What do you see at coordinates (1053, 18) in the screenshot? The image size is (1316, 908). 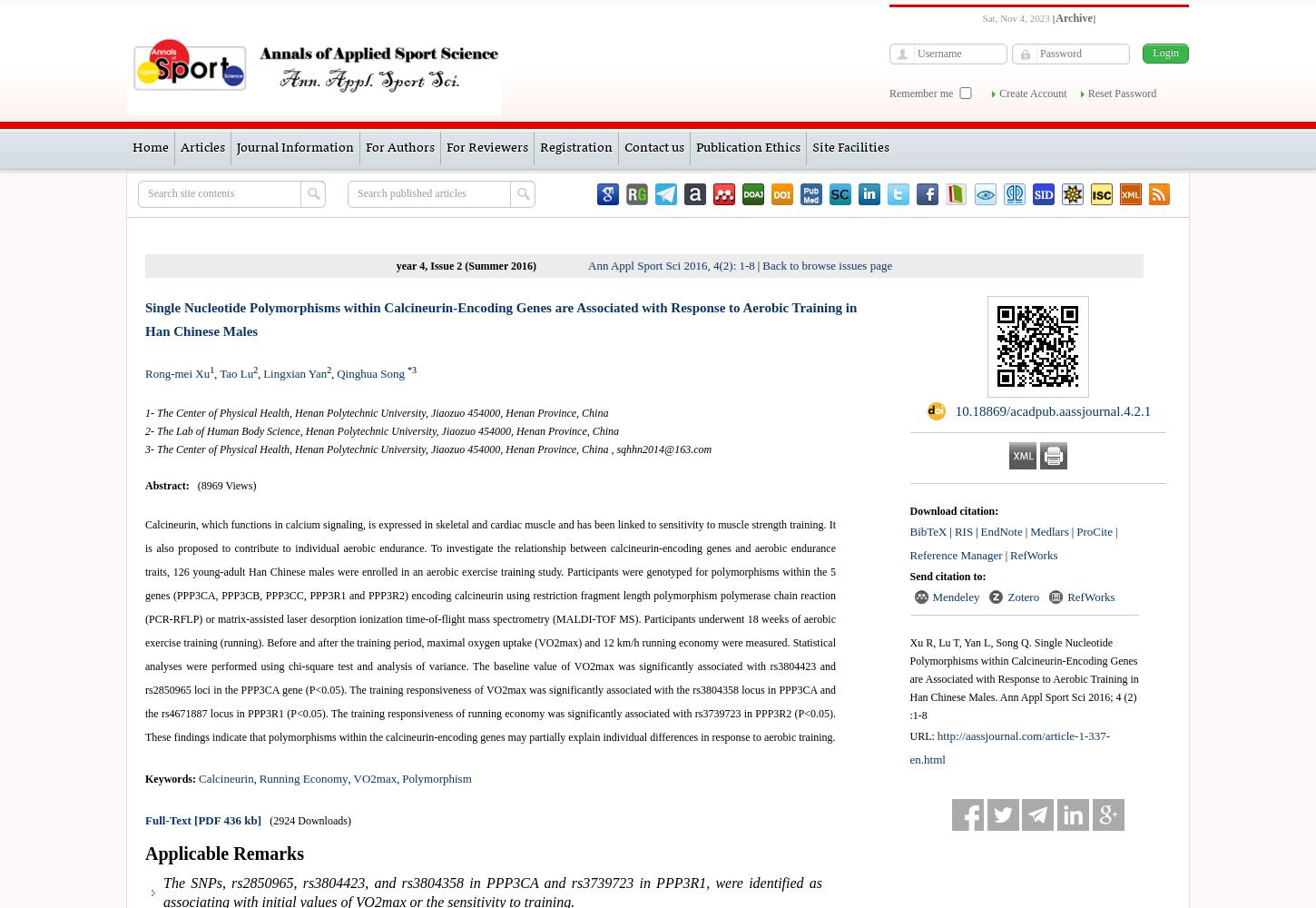 I see `'['` at bounding box center [1053, 18].